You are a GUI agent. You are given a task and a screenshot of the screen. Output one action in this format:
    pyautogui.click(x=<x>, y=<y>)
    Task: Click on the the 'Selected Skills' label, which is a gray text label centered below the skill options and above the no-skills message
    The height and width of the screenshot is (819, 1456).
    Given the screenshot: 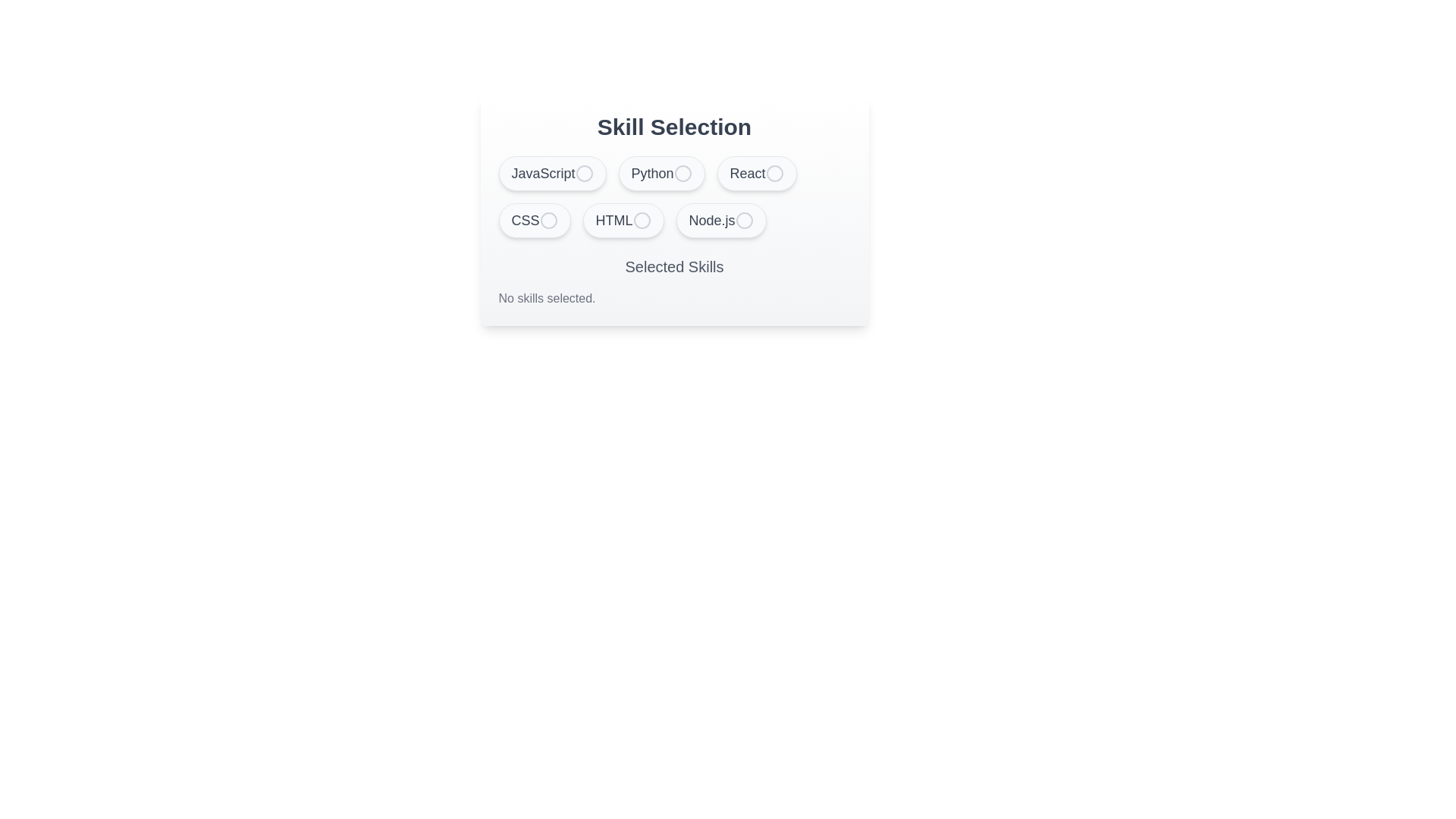 What is the action you would take?
    pyautogui.click(x=673, y=265)
    